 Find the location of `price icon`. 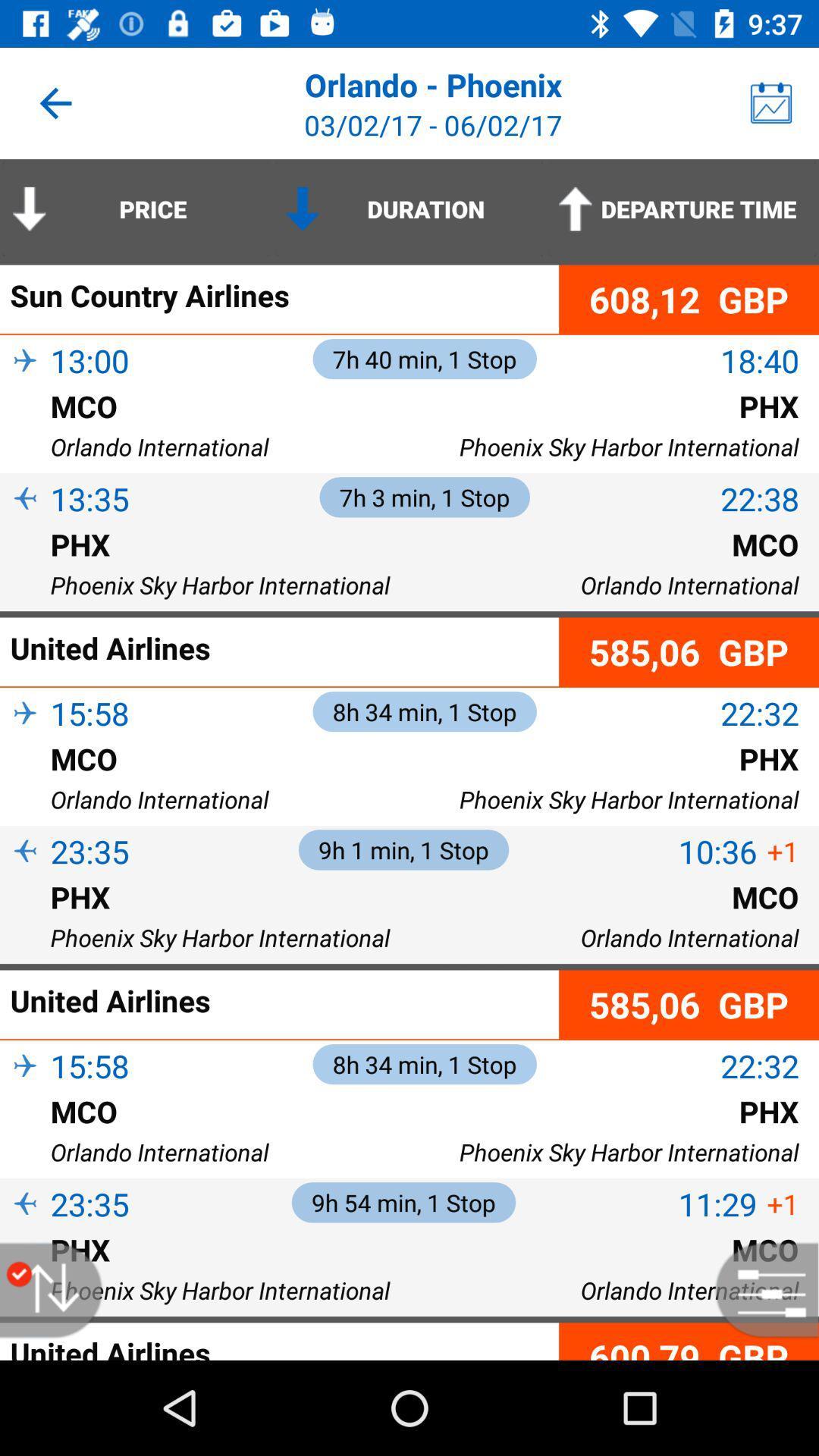

price icon is located at coordinates (136, 208).